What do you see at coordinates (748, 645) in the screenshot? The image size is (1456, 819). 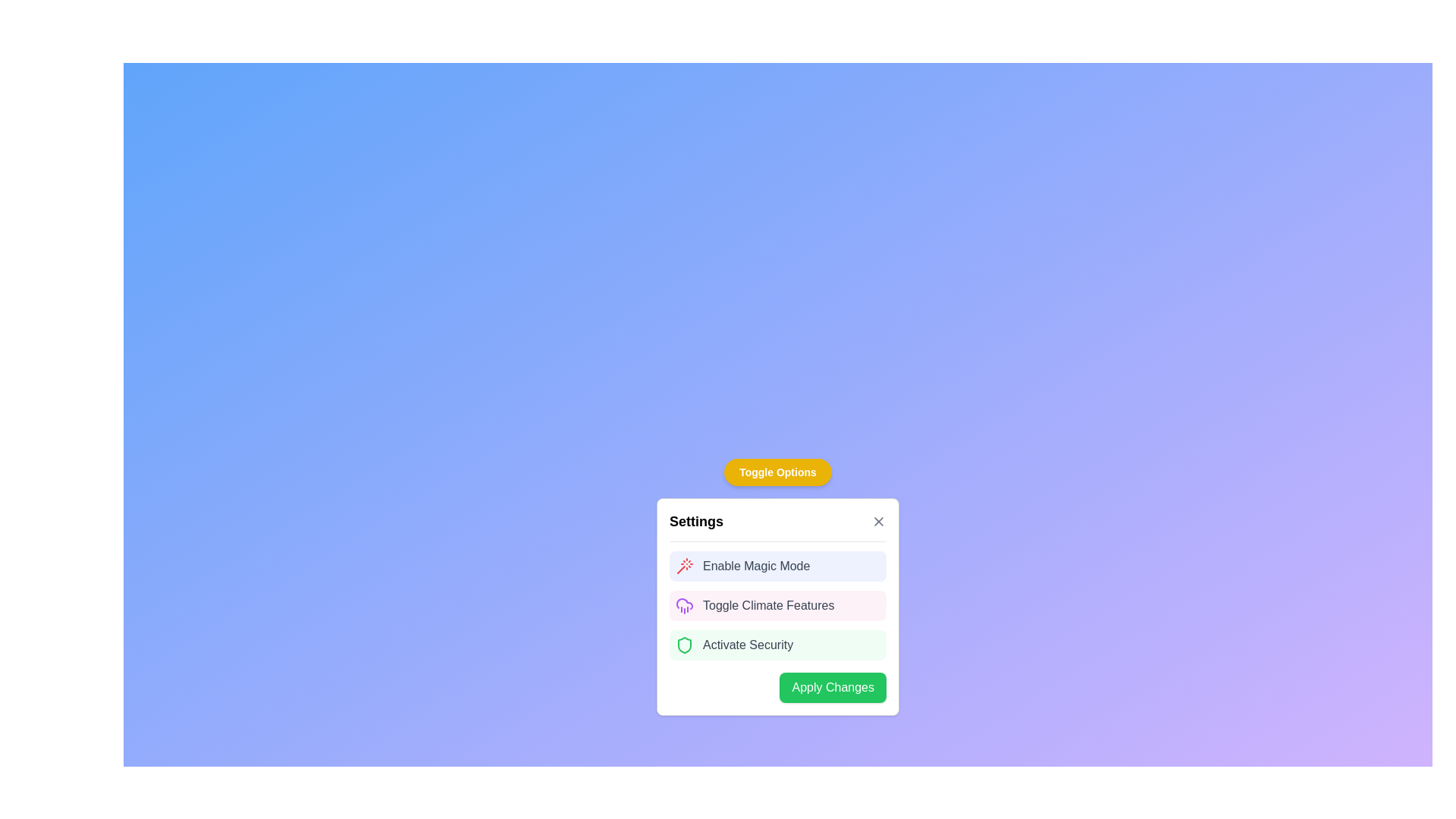 I see `the descriptive text label related to the 'Activate Security' feature, which is aligned to the right of a shield icon in the settings selection interface` at bounding box center [748, 645].